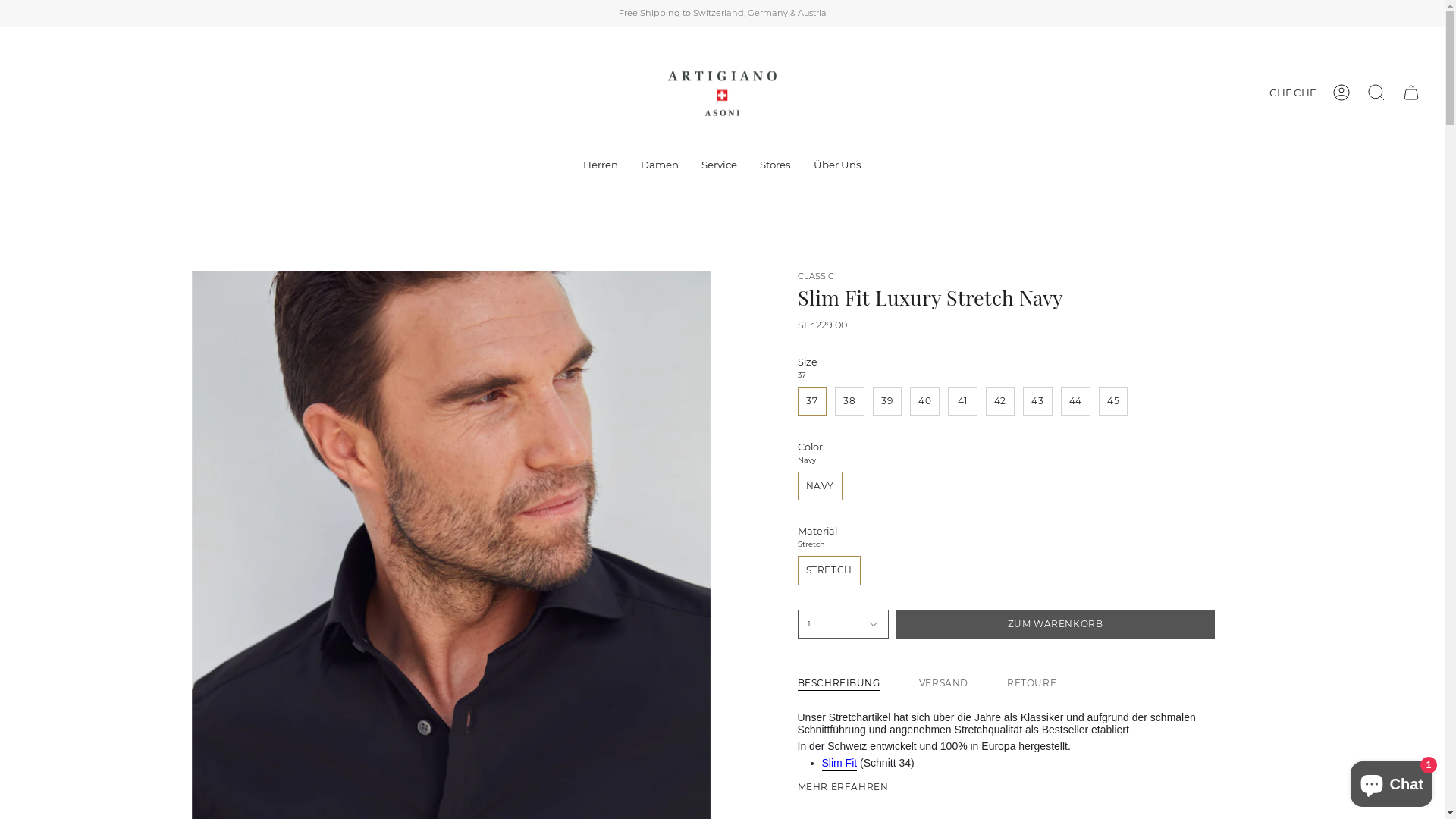  What do you see at coordinates (659, 165) in the screenshot?
I see `'Damen'` at bounding box center [659, 165].